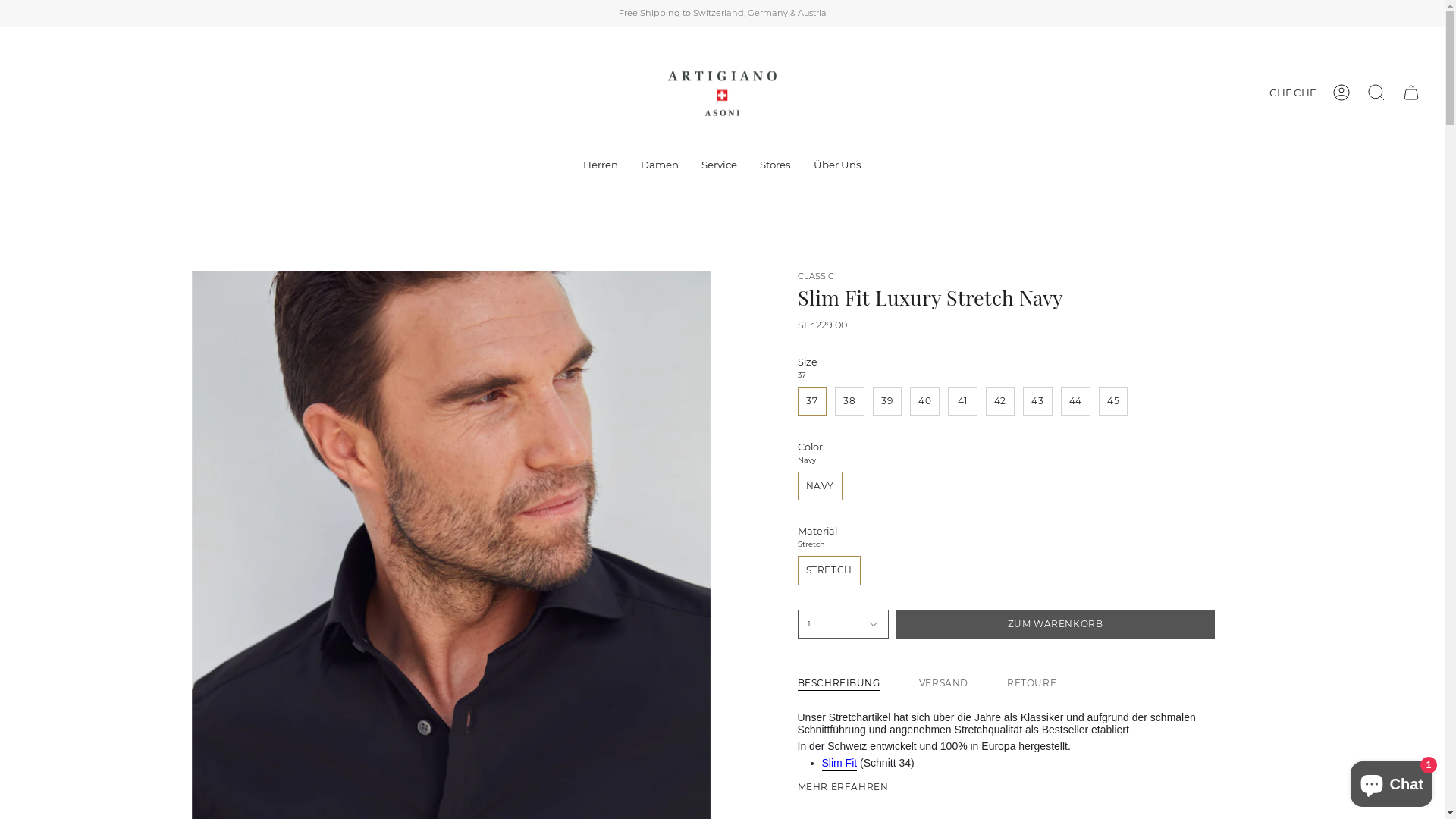  What do you see at coordinates (659, 165) in the screenshot?
I see `'Damen'` at bounding box center [659, 165].